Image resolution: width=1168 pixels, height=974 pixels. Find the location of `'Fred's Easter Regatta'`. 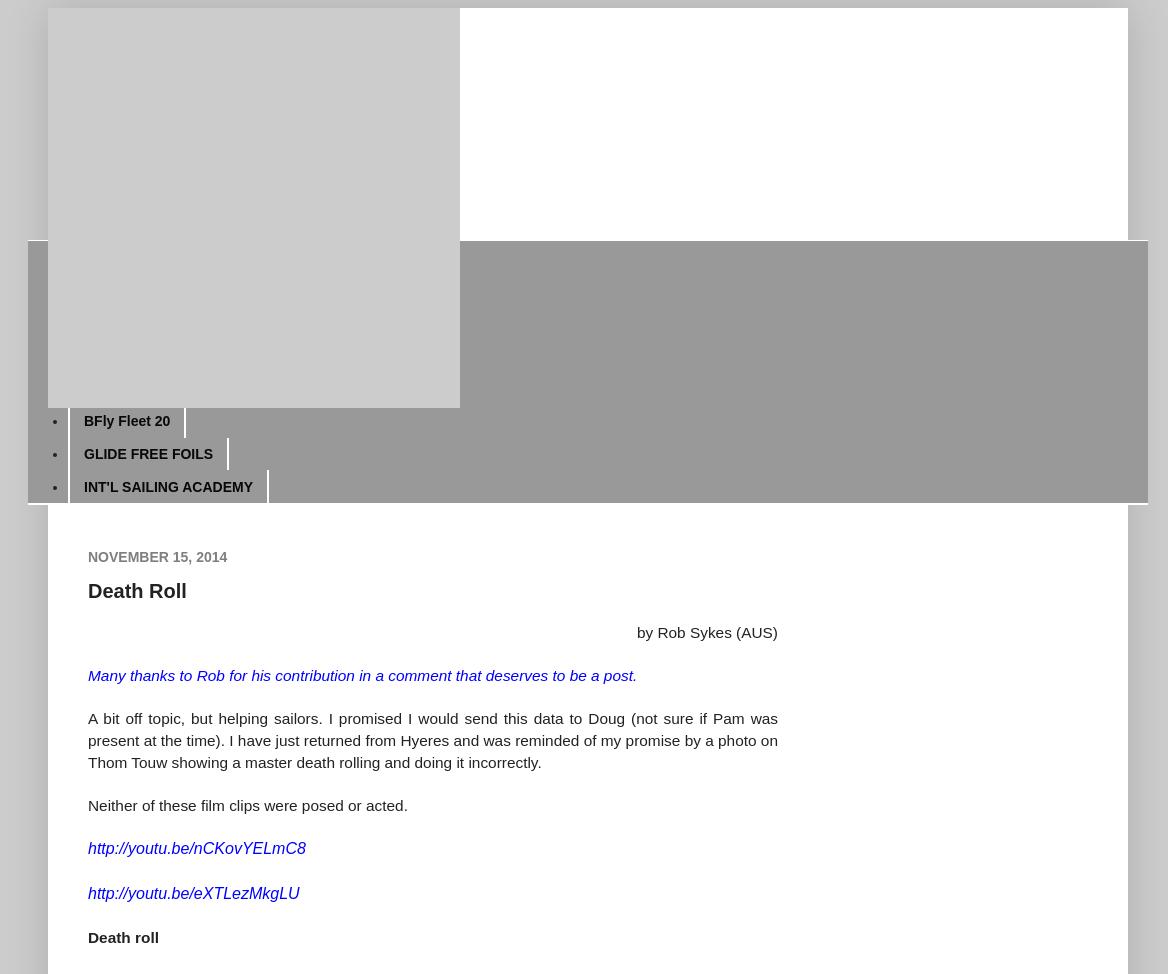

'Fred's Easter Regatta' is located at coordinates (155, 388).